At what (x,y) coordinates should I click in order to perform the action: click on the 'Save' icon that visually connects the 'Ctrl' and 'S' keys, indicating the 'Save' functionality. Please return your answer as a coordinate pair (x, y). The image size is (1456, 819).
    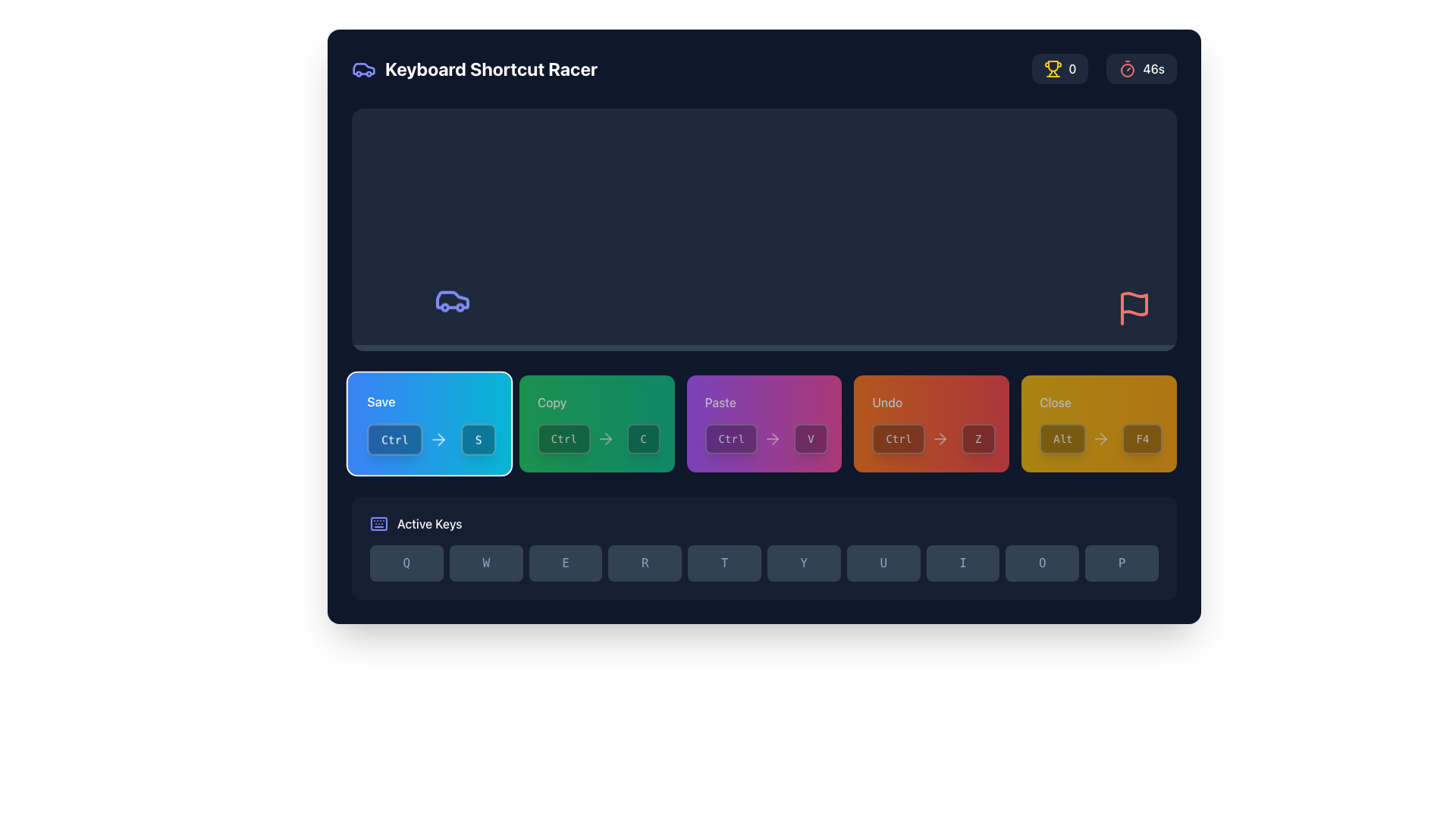
    Looking at the image, I should click on (438, 439).